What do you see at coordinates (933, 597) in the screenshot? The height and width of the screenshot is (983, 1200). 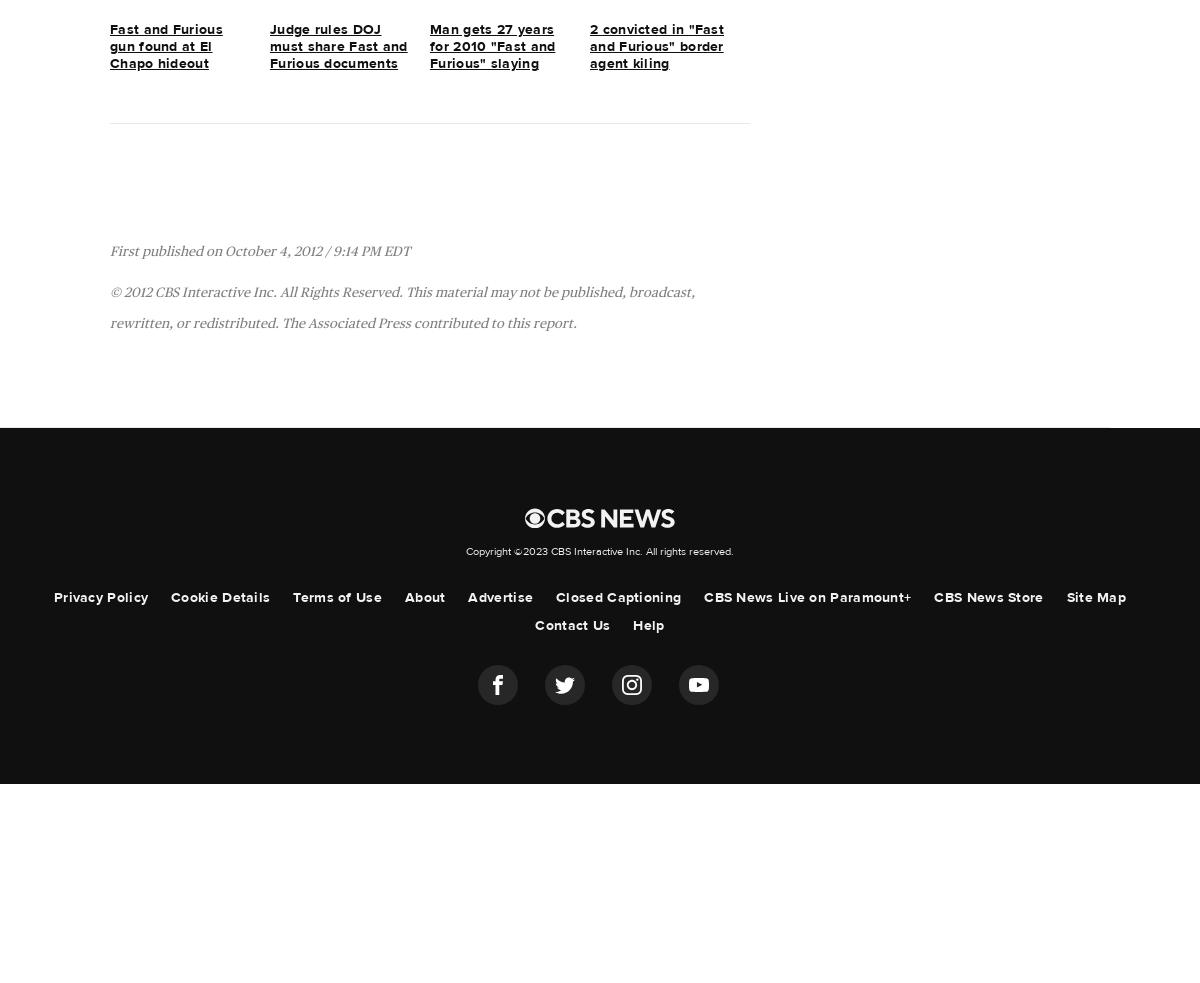 I see `'CBS News Store'` at bounding box center [933, 597].